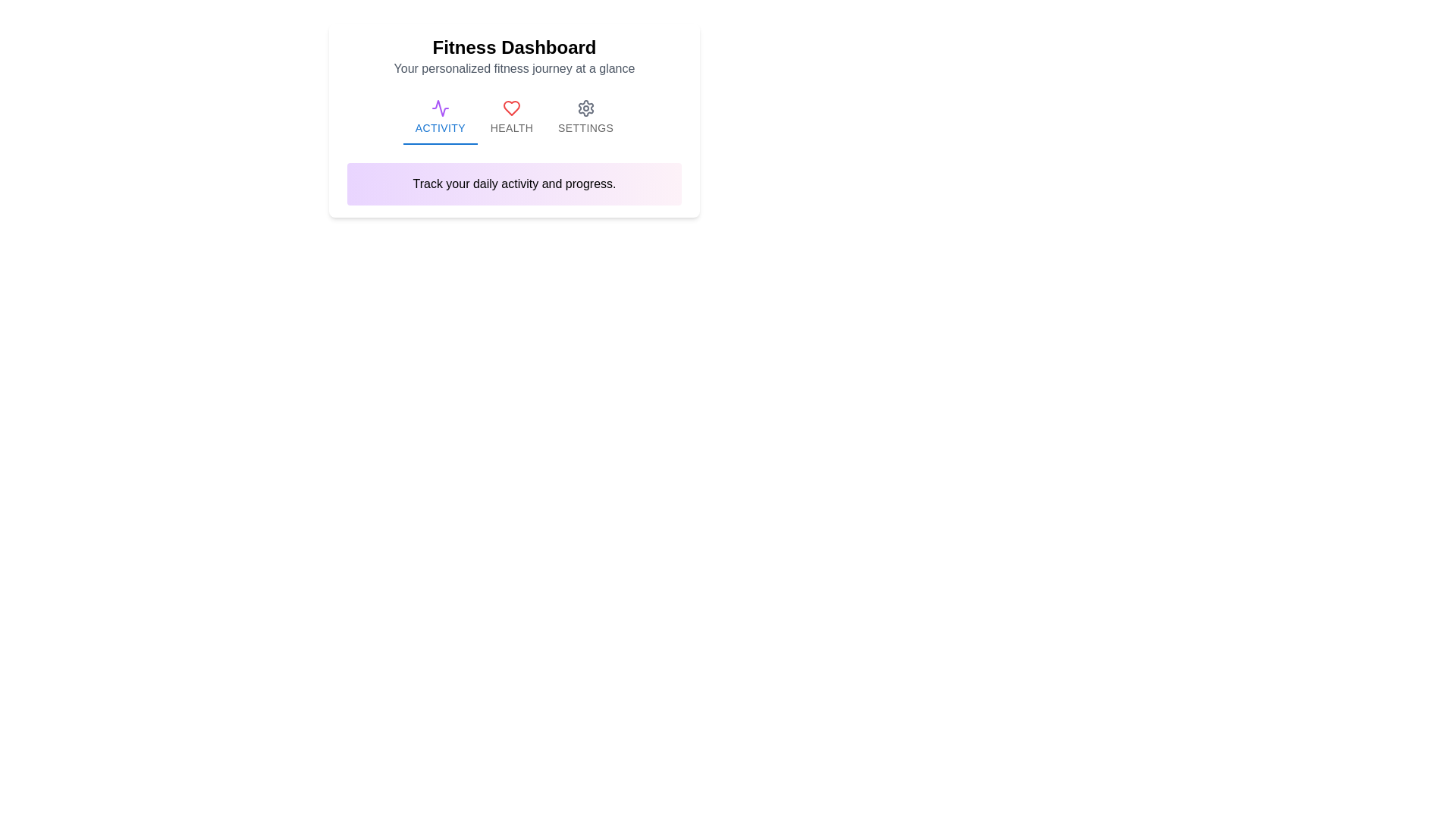 The width and height of the screenshot is (1456, 819). I want to click on the 'Fitness Dashboard' text block, which features bold, large black font and is centrally aligned above tabs labeled 'Activity', 'Health', and 'Settings', so click(514, 55).